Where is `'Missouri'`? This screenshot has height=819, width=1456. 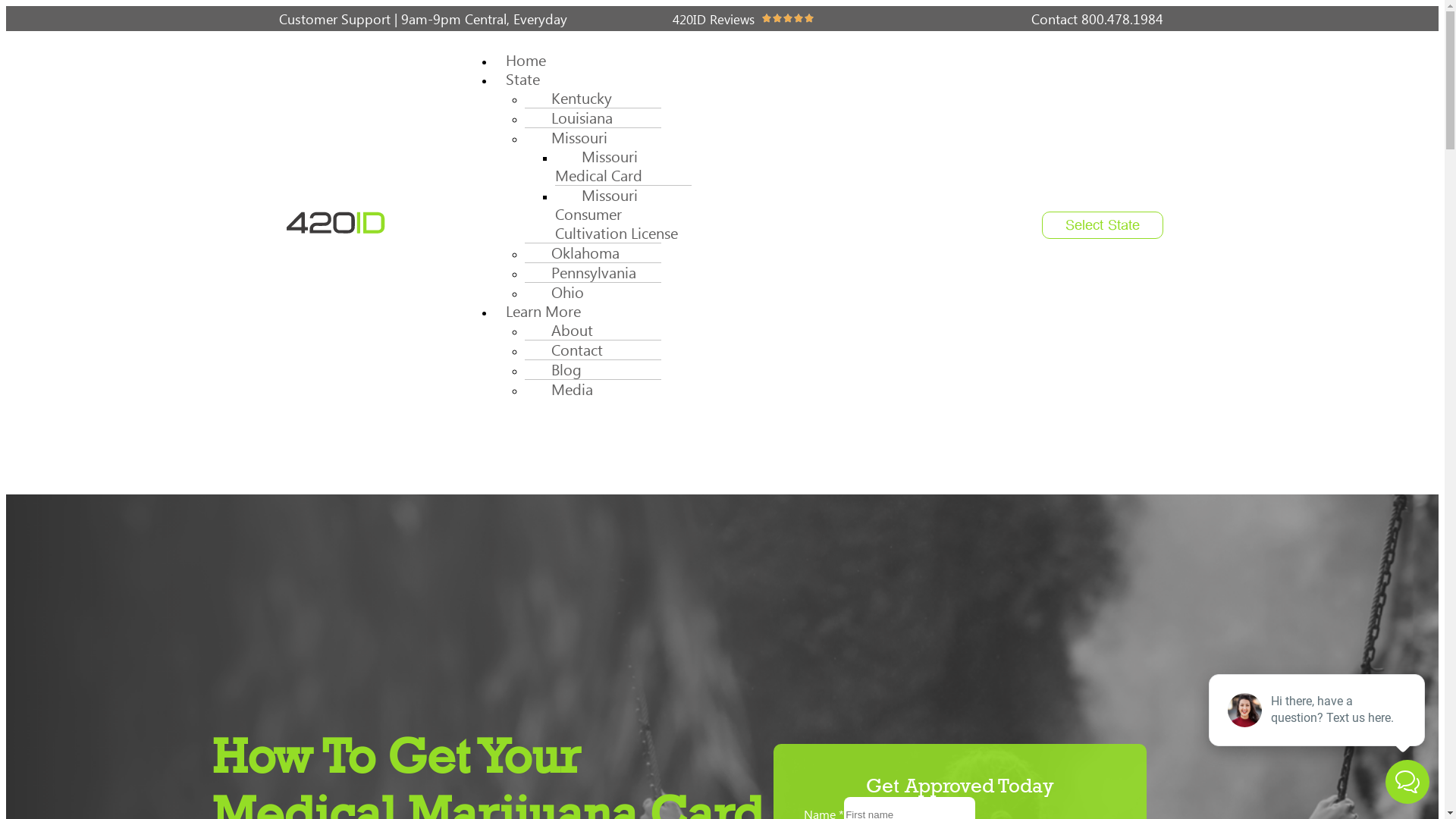
'Missouri' is located at coordinates (570, 137).